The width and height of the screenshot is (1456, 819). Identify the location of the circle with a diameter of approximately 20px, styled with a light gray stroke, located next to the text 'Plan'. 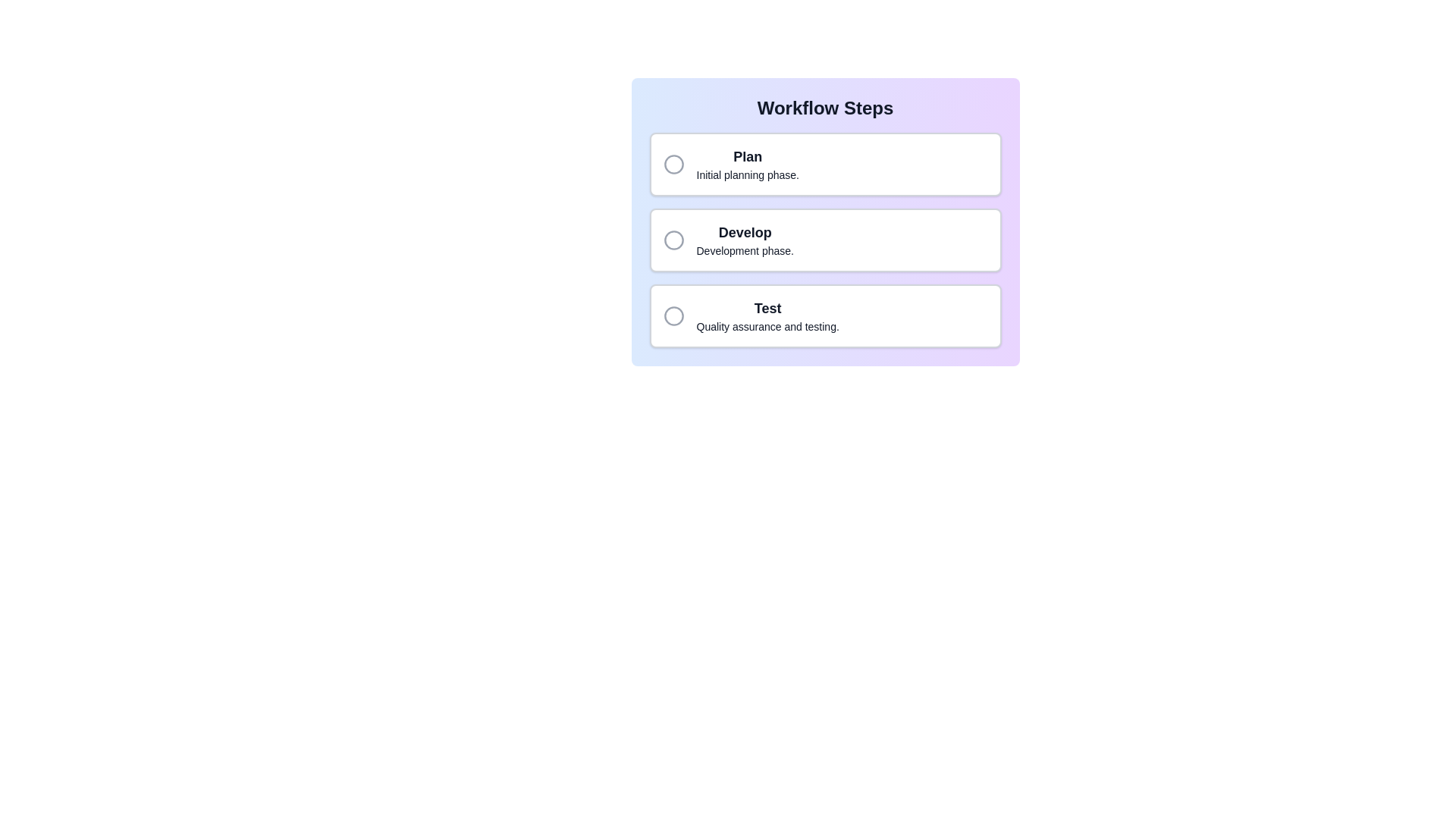
(673, 164).